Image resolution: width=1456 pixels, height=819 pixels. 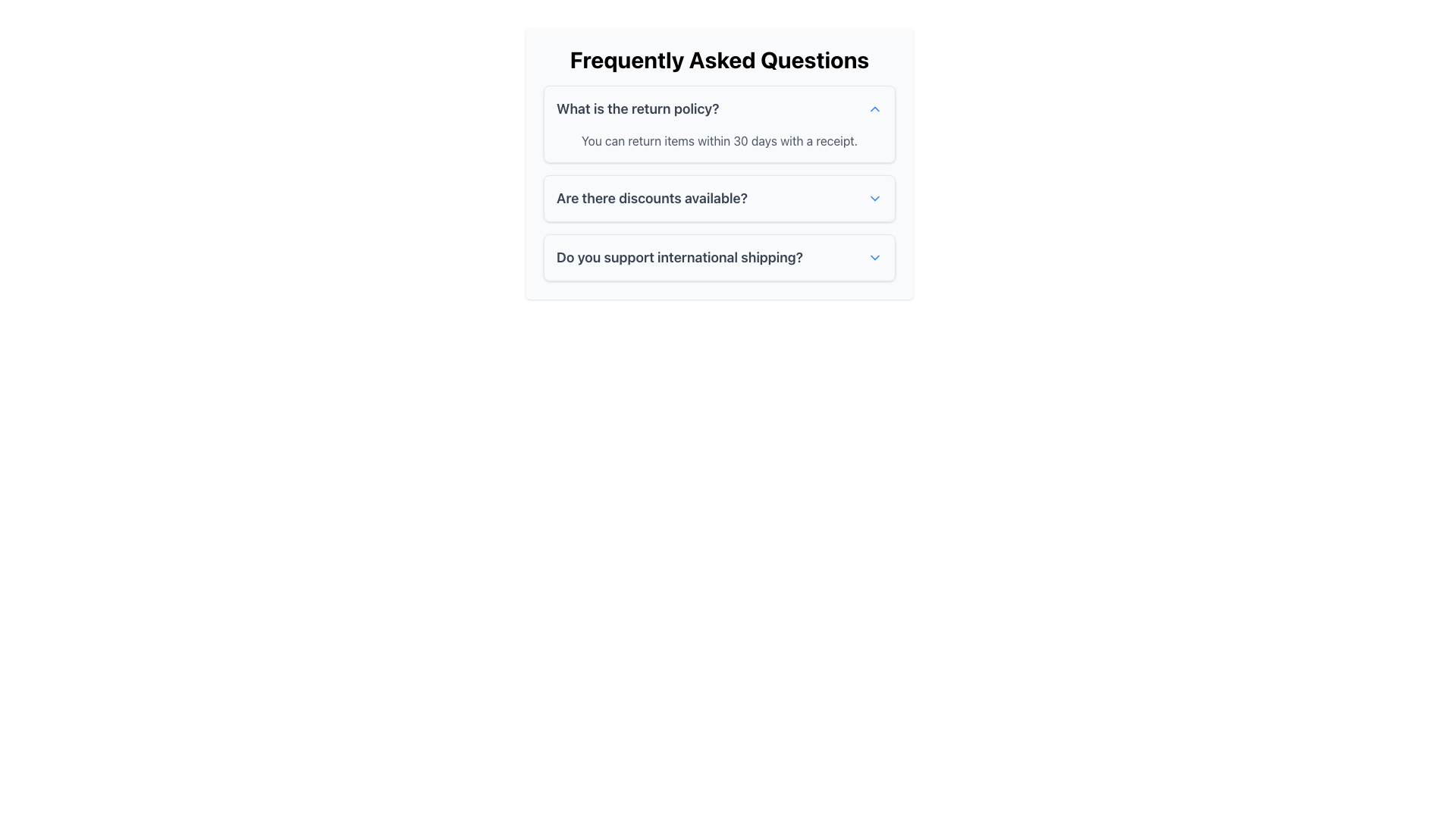 I want to click on the second item in the FAQ section, which is the Collapsible/Expandable Section Header related to discounts, so click(x=719, y=198).